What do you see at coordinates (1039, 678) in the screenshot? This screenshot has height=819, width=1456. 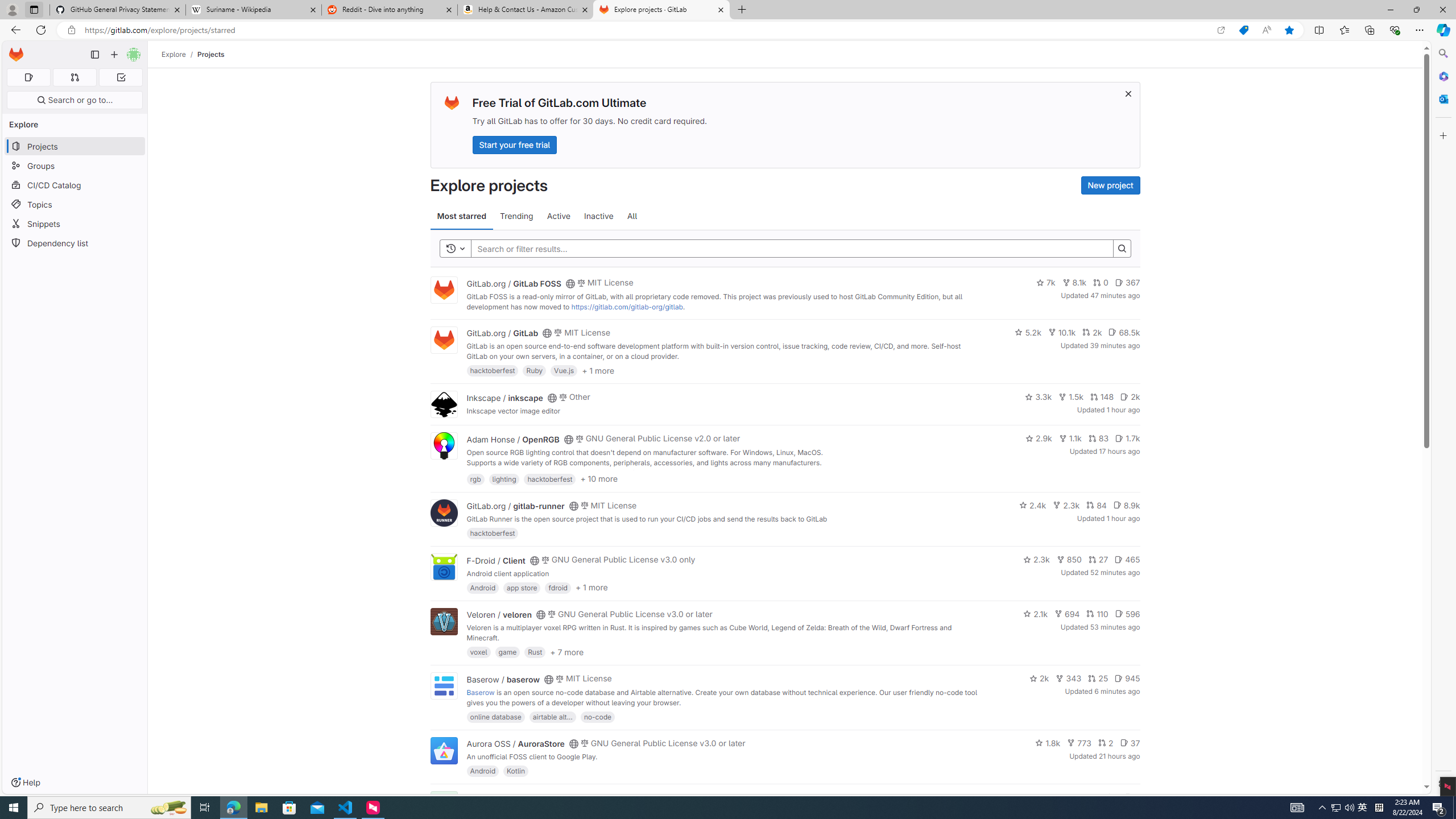 I see `'2k'` at bounding box center [1039, 678].